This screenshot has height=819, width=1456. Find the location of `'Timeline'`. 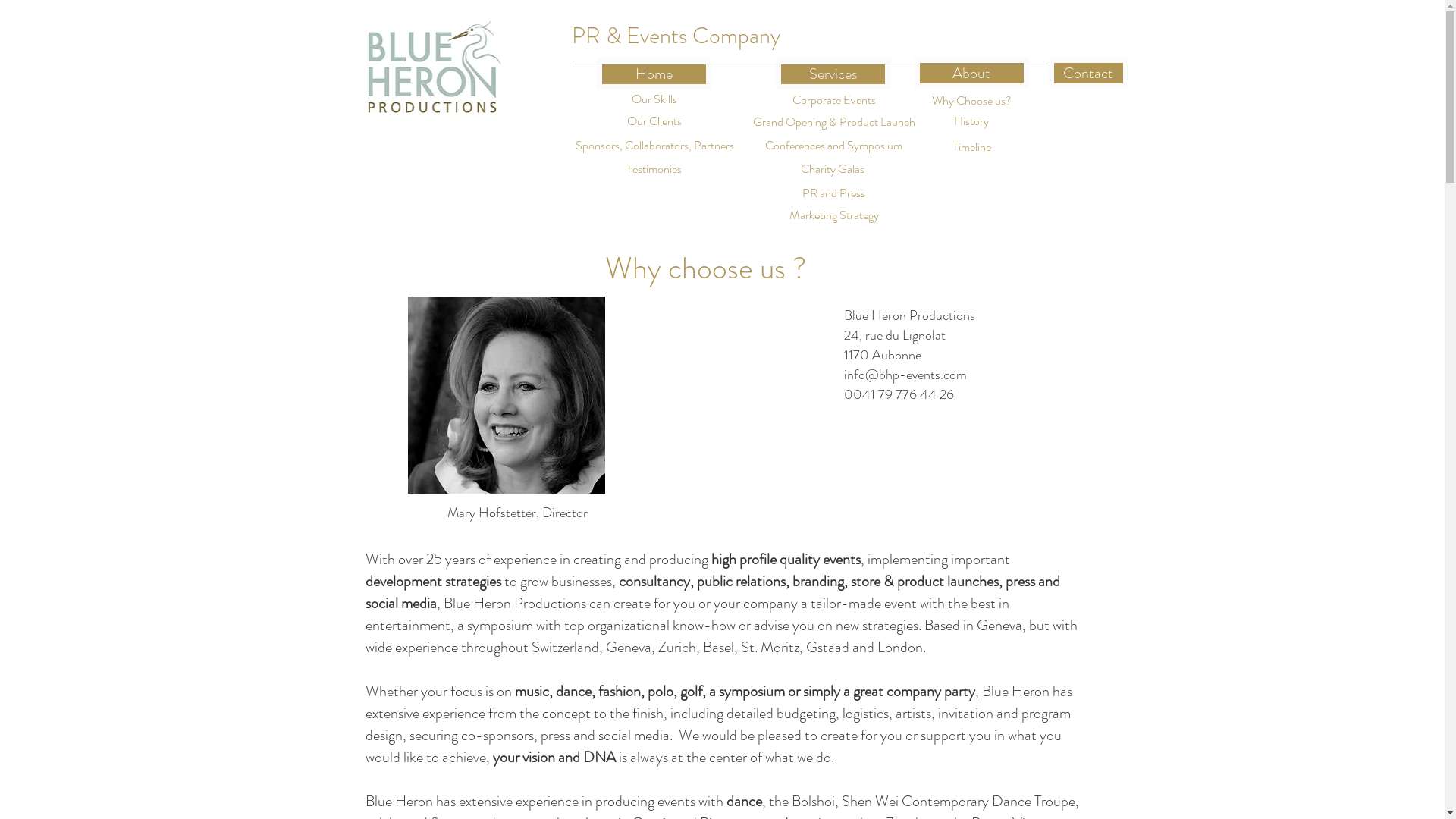

'Timeline' is located at coordinates (971, 147).